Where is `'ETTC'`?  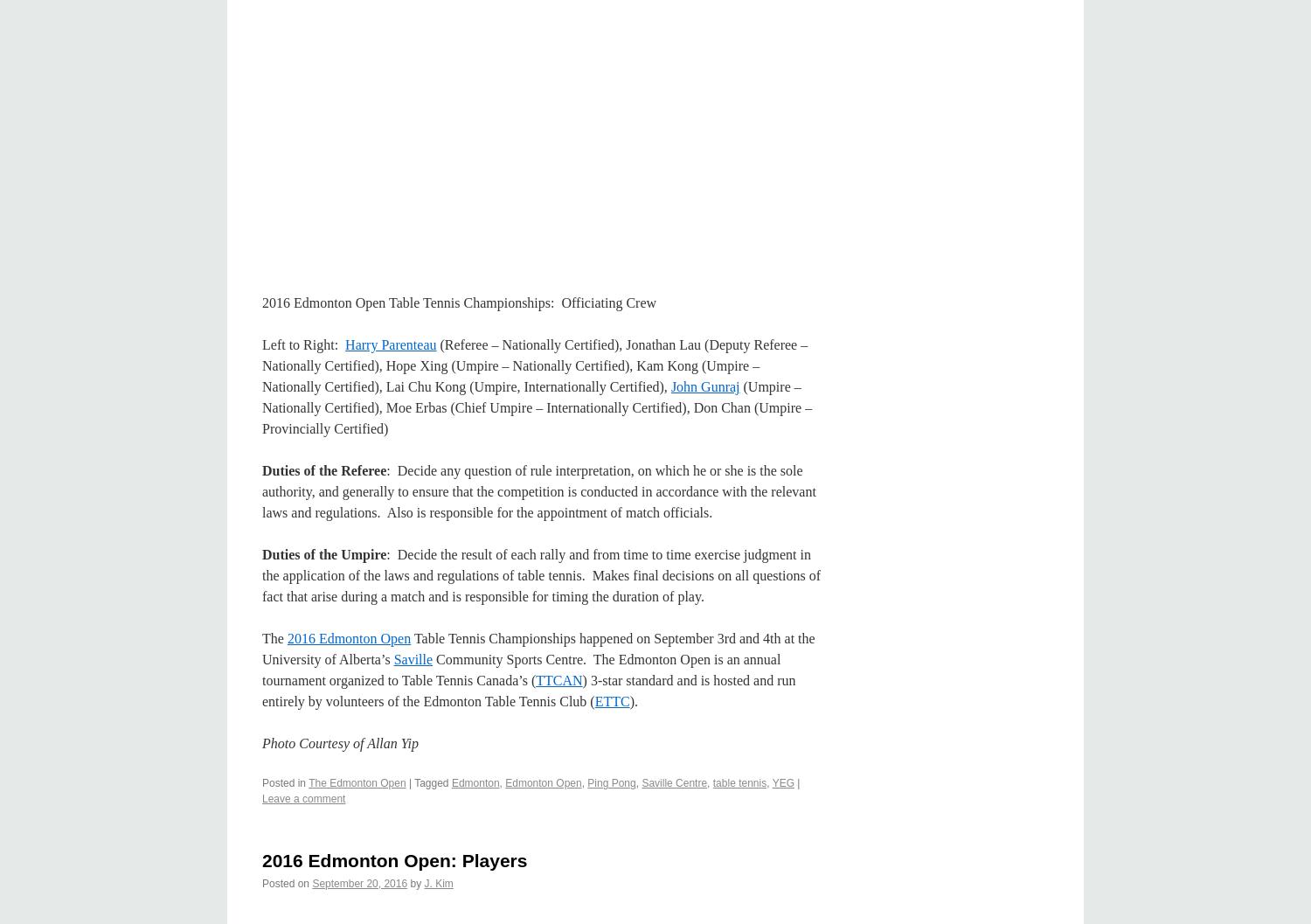 'ETTC' is located at coordinates (593, 701).